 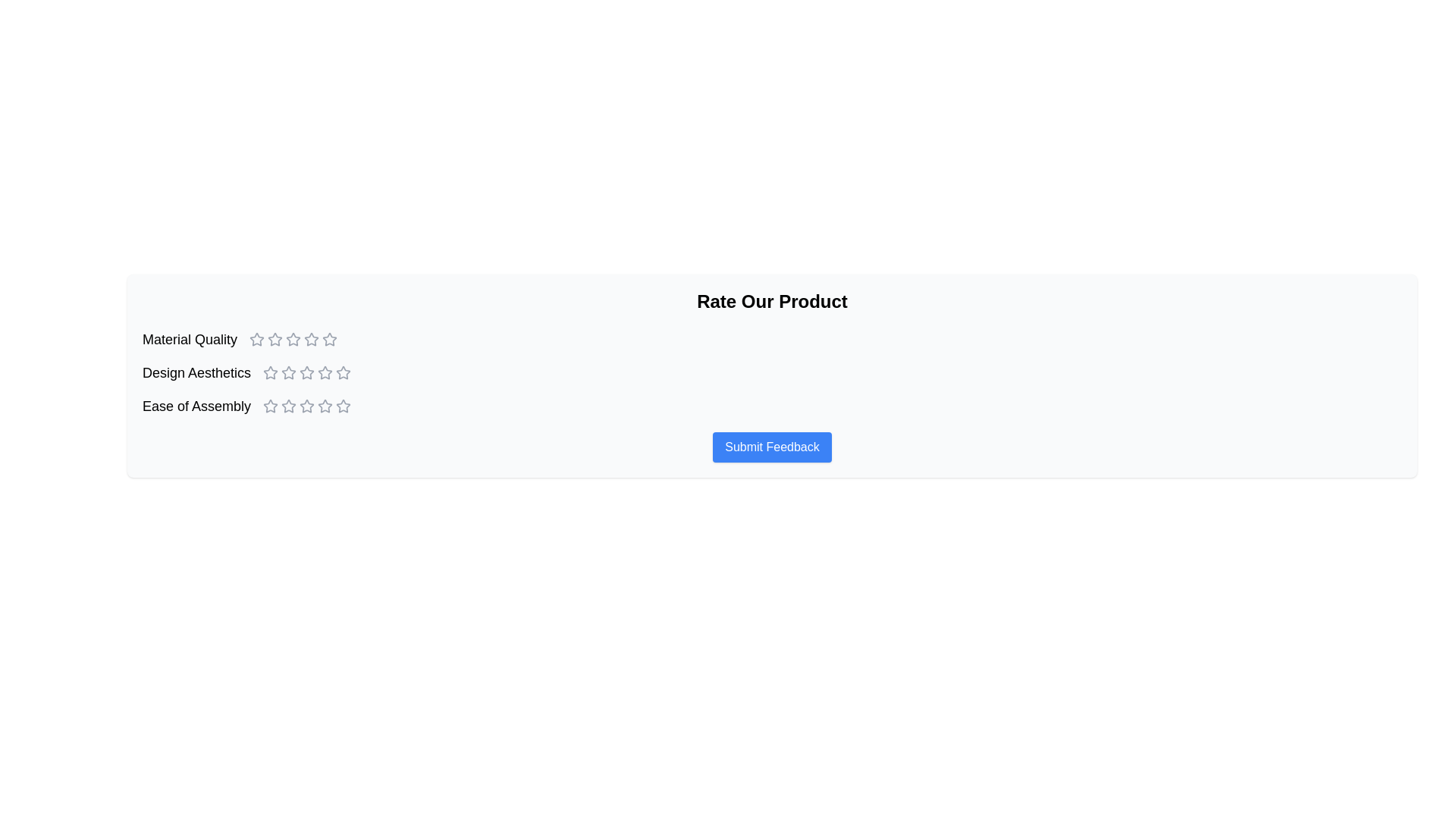 What do you see at coordinates (289, 405) in the screenshot?
I see `the second star in the interactive rating stars for 'Ease of Assembly'` at bounding box center [289, 405].